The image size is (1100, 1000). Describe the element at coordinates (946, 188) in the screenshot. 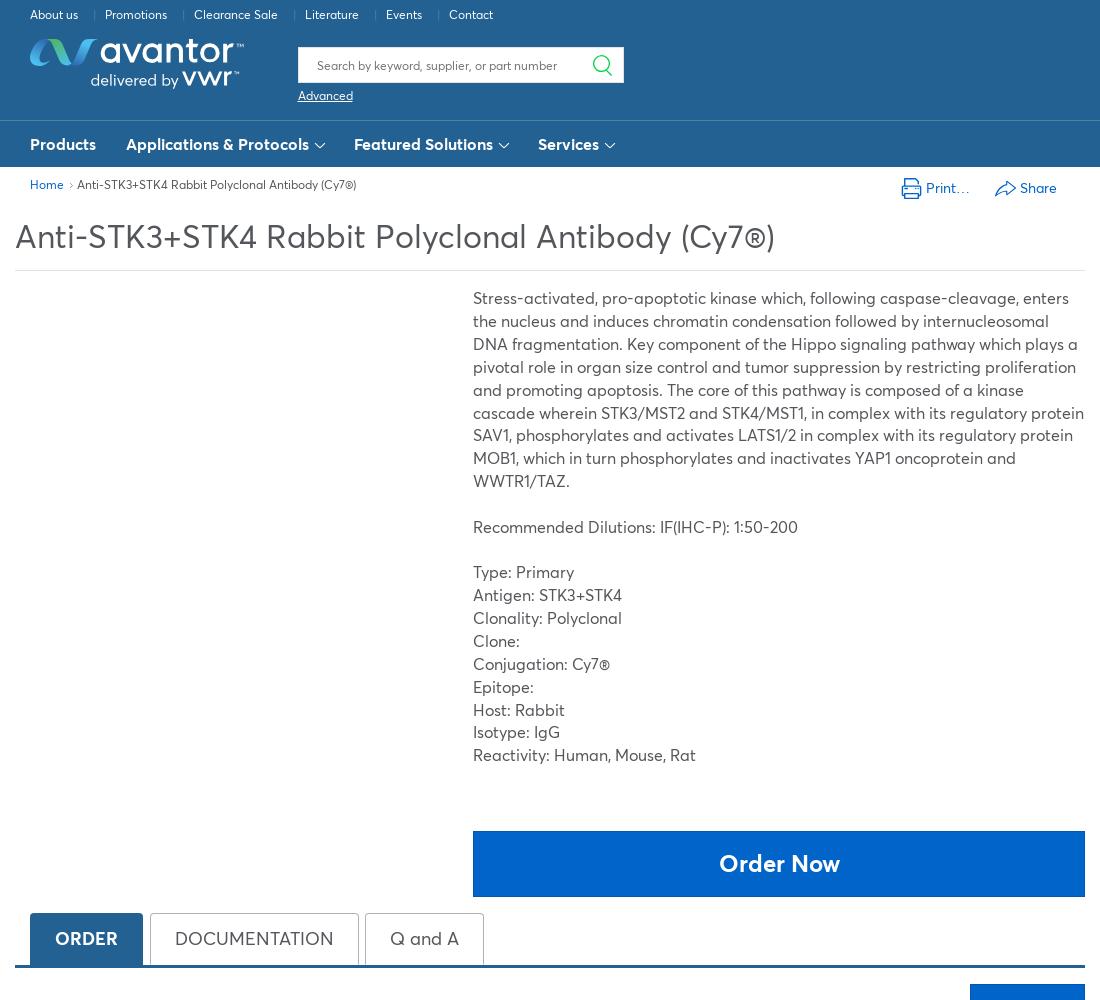

I see `'Print…'` at that location.